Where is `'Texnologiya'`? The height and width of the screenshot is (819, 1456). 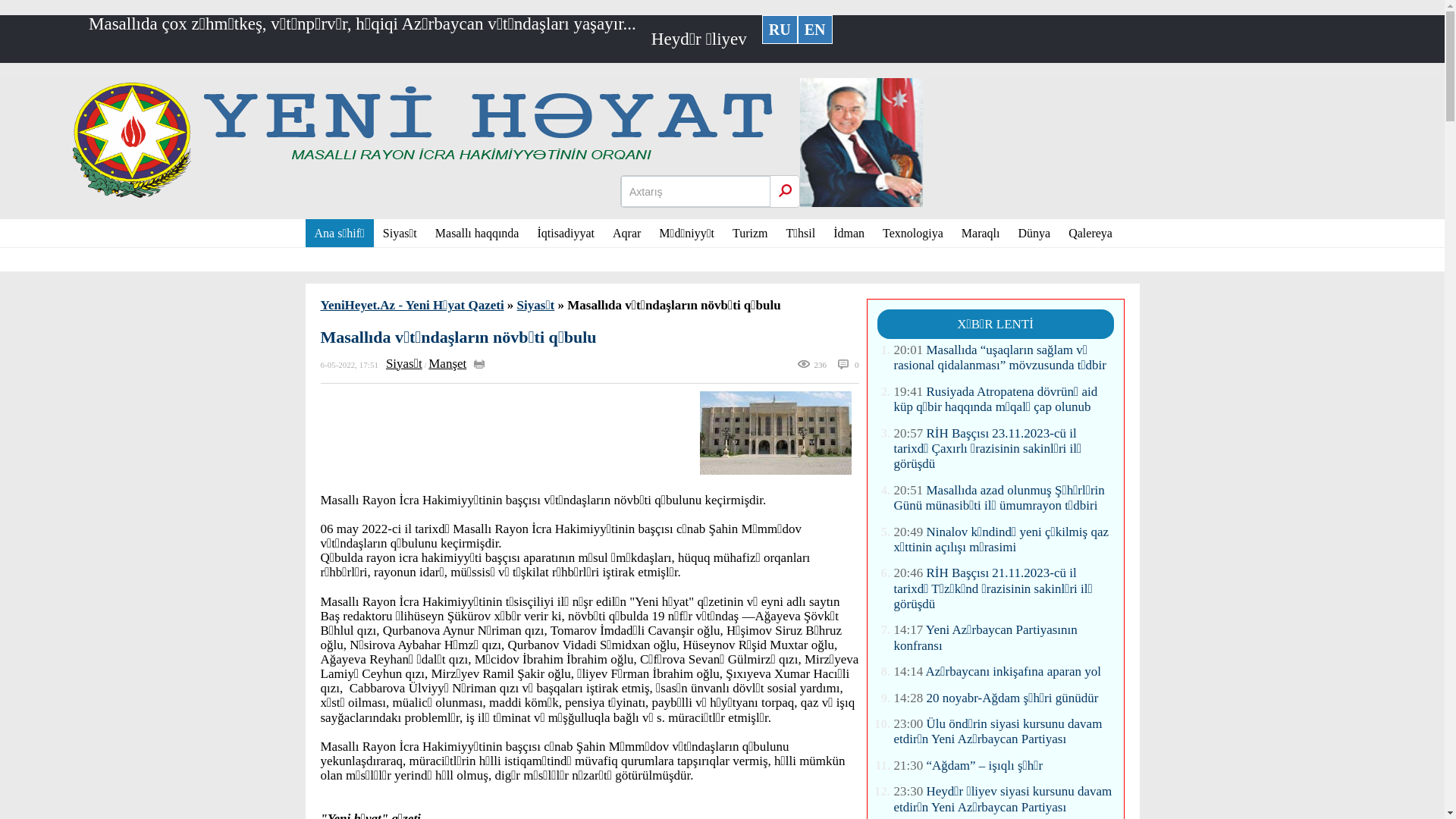 'Texnologiya' is located at coordinates (912, 233).